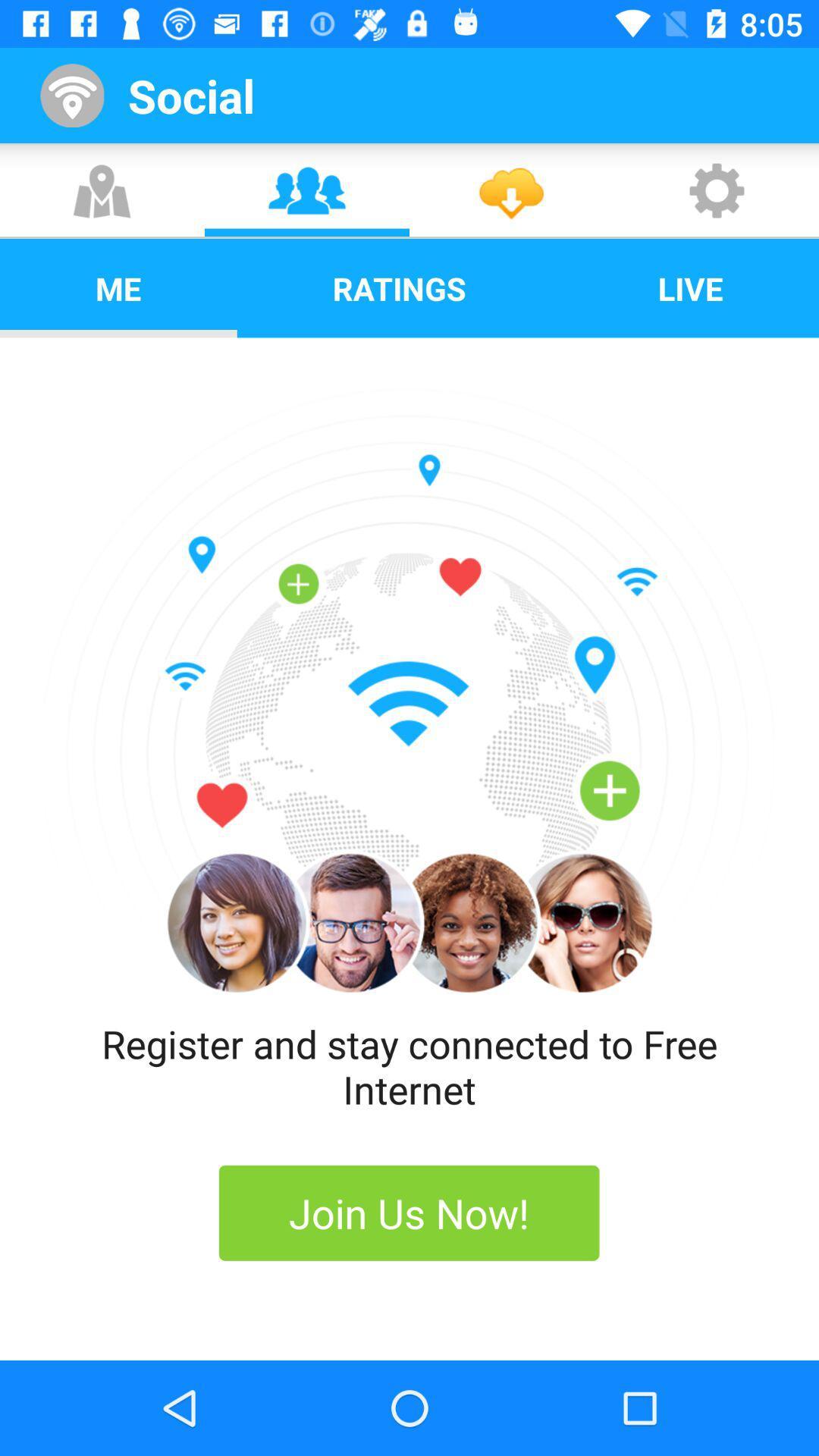 The image size is (819, 1456). I want to click on the settings icon on the top right, so click(716, 190).